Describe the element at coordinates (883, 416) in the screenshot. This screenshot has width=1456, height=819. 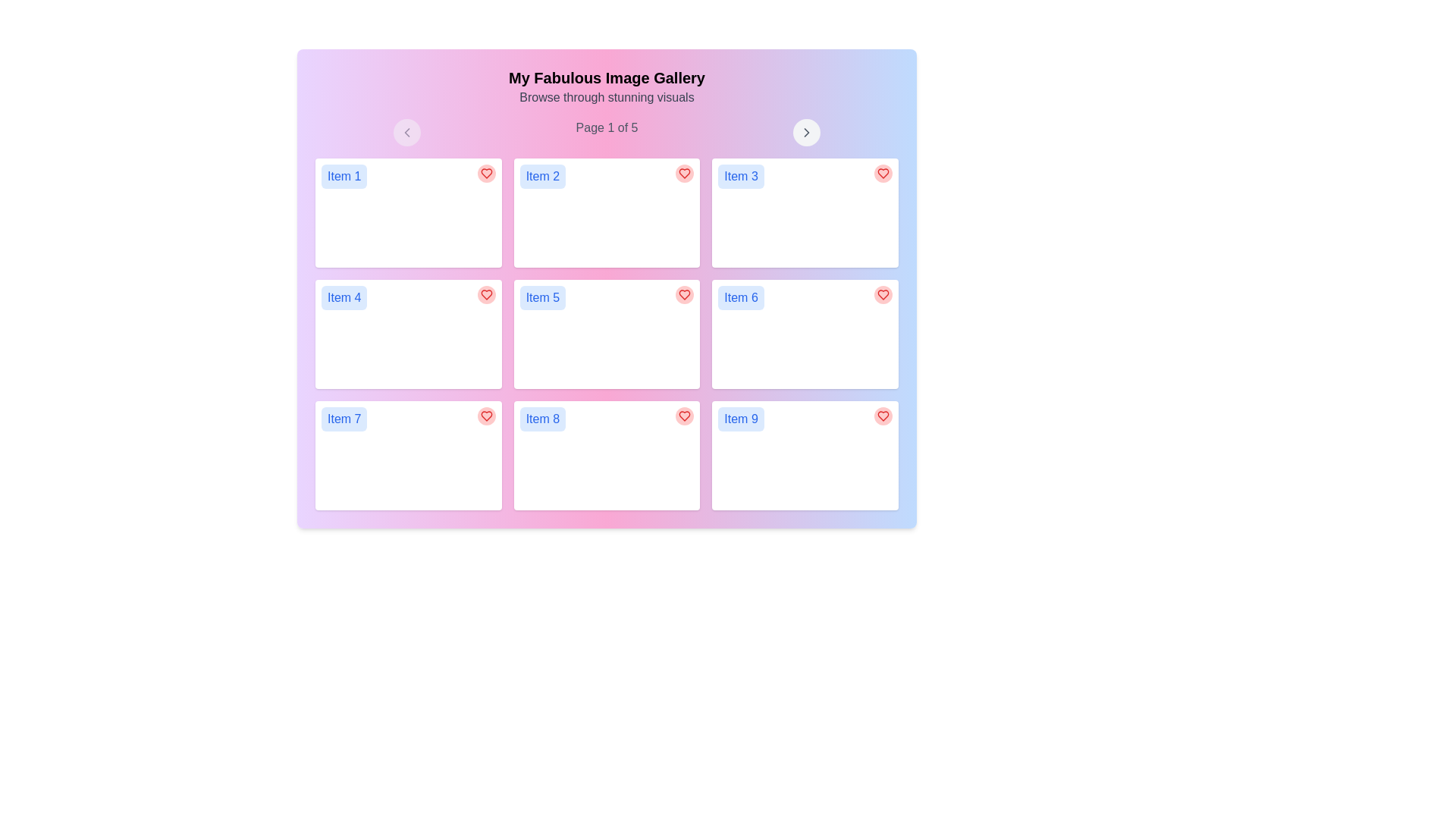
I see `the 'like' icon located in the top-right corner of the card labeled 'Item 9' in the third column of the third row` at that location.